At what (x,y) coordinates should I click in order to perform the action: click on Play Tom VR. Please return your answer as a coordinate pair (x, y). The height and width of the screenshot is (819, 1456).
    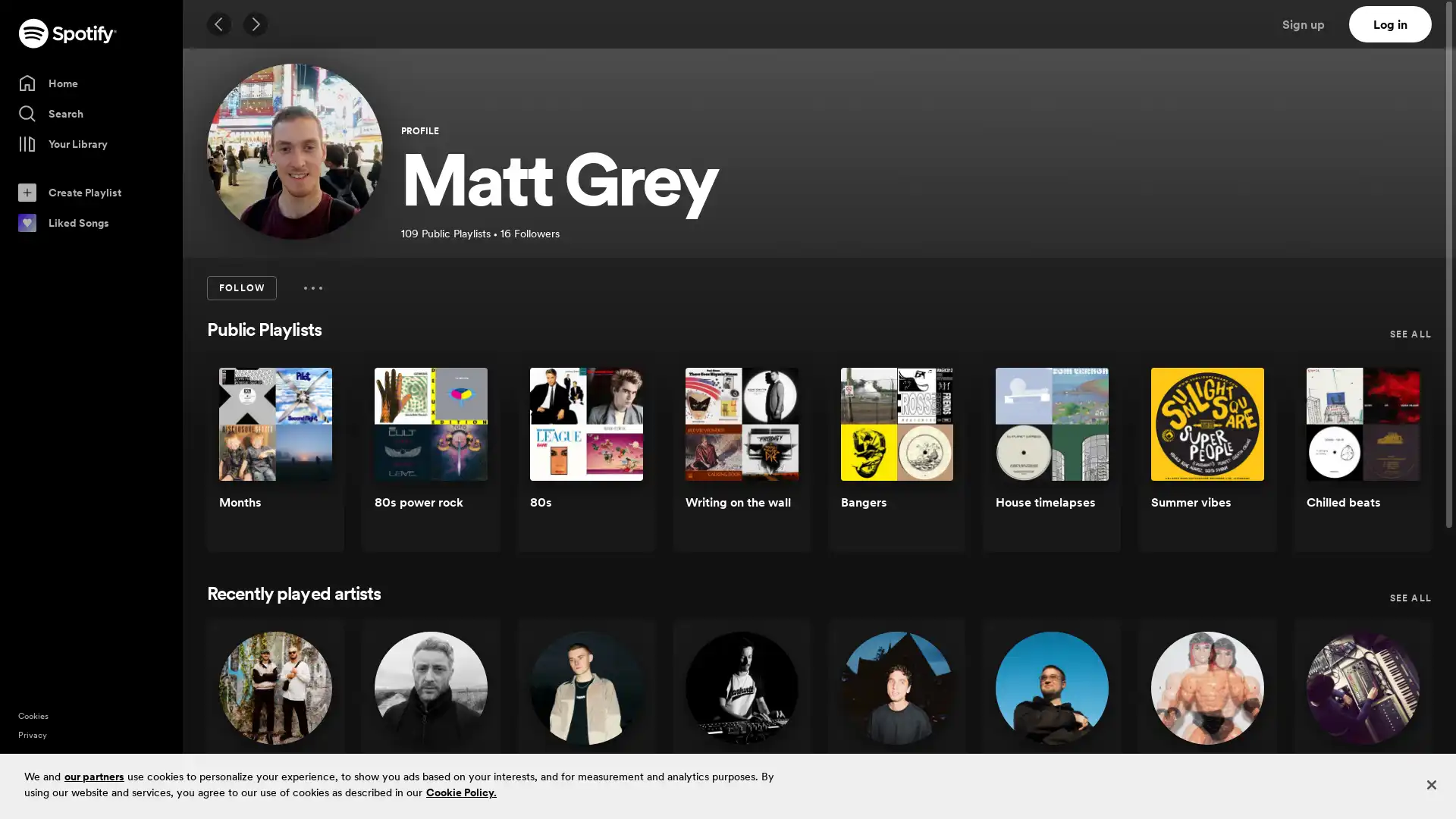
    Looking at the image, I should click on (1084, 724).